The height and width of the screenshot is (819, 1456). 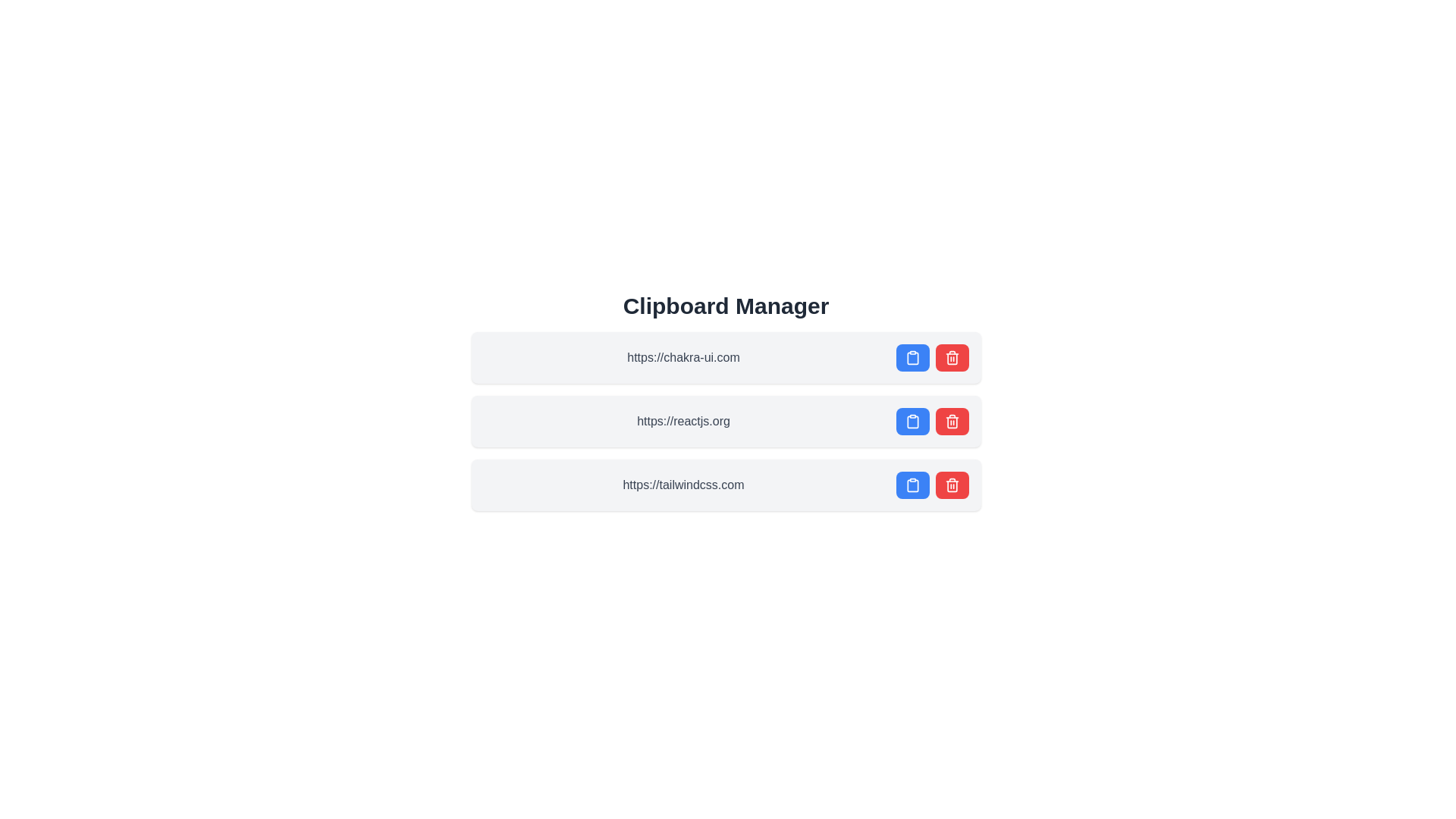 I want to click on the clipboard copying button located as the first button in the second row of interactive controls, adjacent to the 'https://reactjs.org' text element, to copy the text to the clipboard, so click(x=912, y=421).